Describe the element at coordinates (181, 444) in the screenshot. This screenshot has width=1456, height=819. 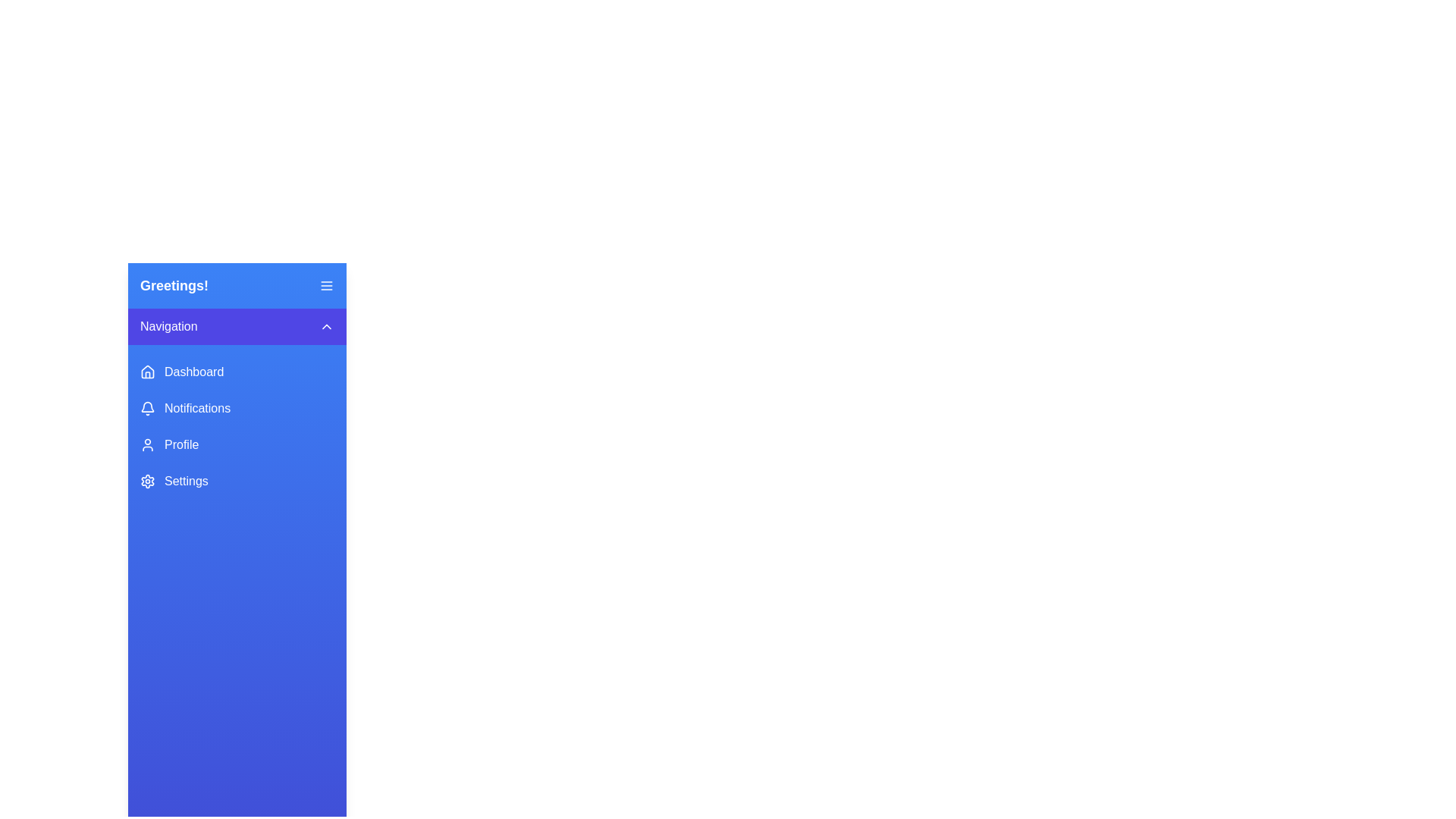
I see `the 'Profile' text label in the navigation menu, which is positioned below the 'Notifications' menu item and to the right of the user icon` at that location.